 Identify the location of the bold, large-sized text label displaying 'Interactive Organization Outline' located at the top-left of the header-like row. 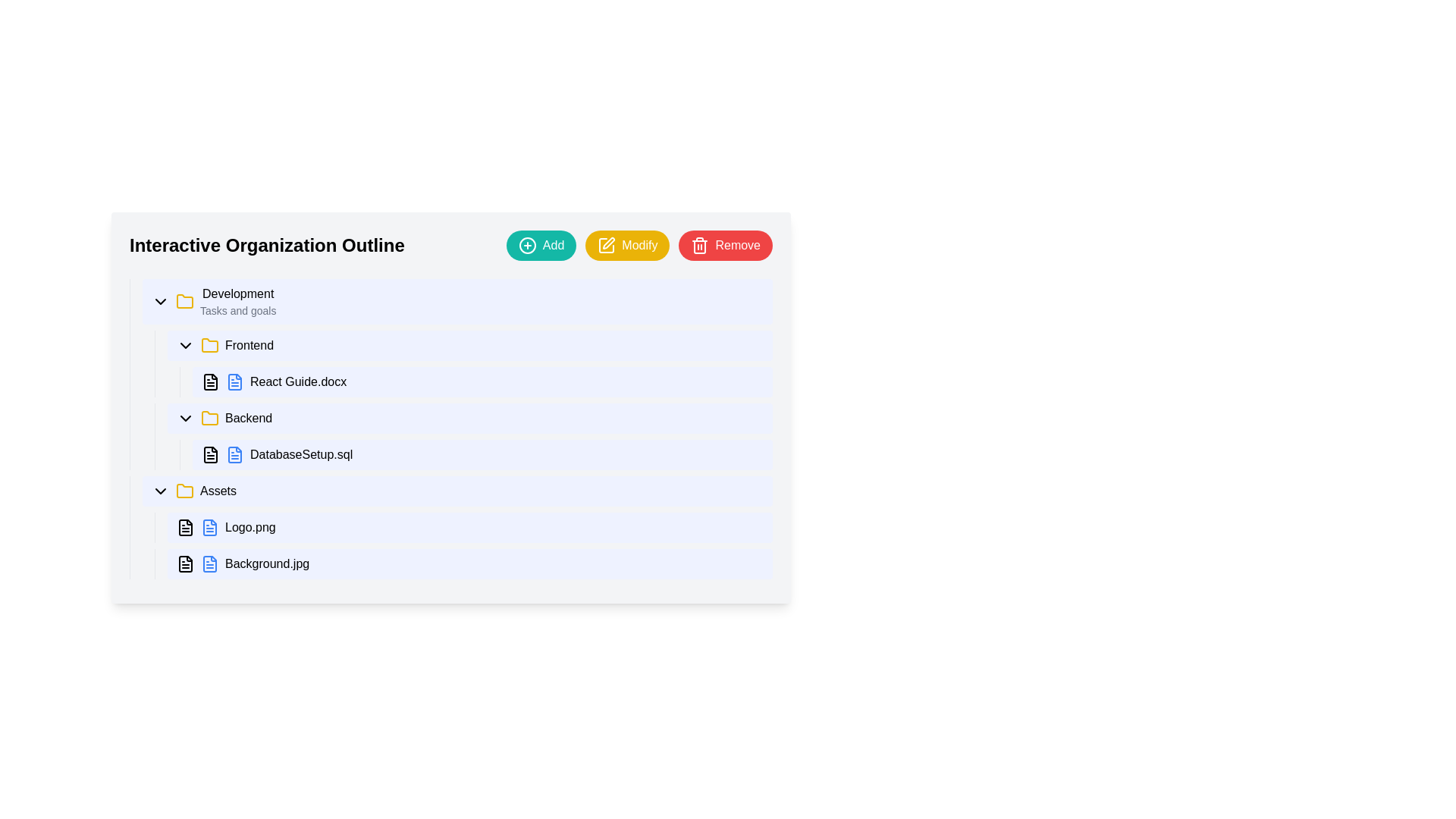
(267, 245).